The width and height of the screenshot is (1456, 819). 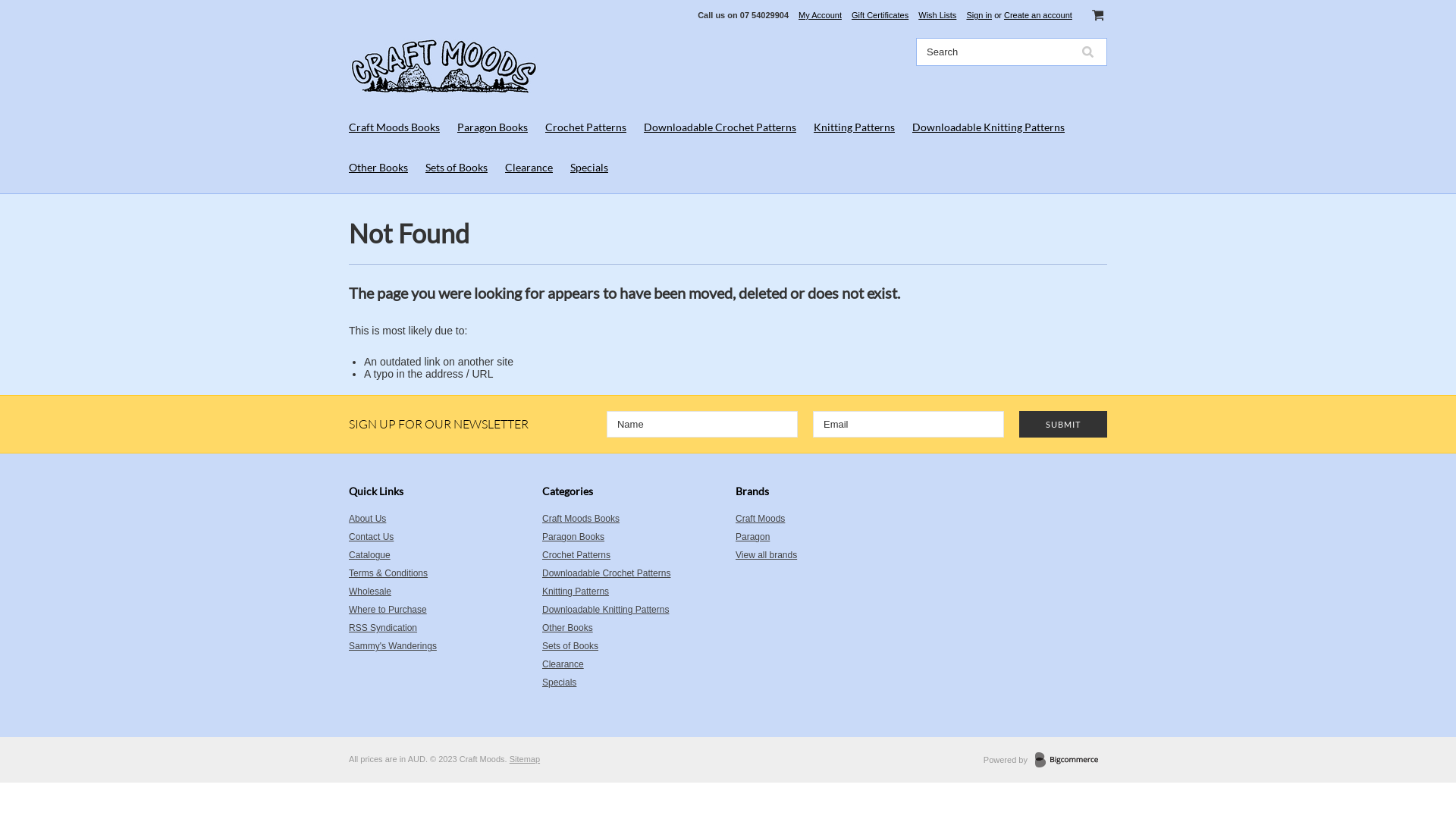 What do you see at coordinates (766, 555) in the screenshot?
I see `'View all brands'` at bounding box center [766, 555].